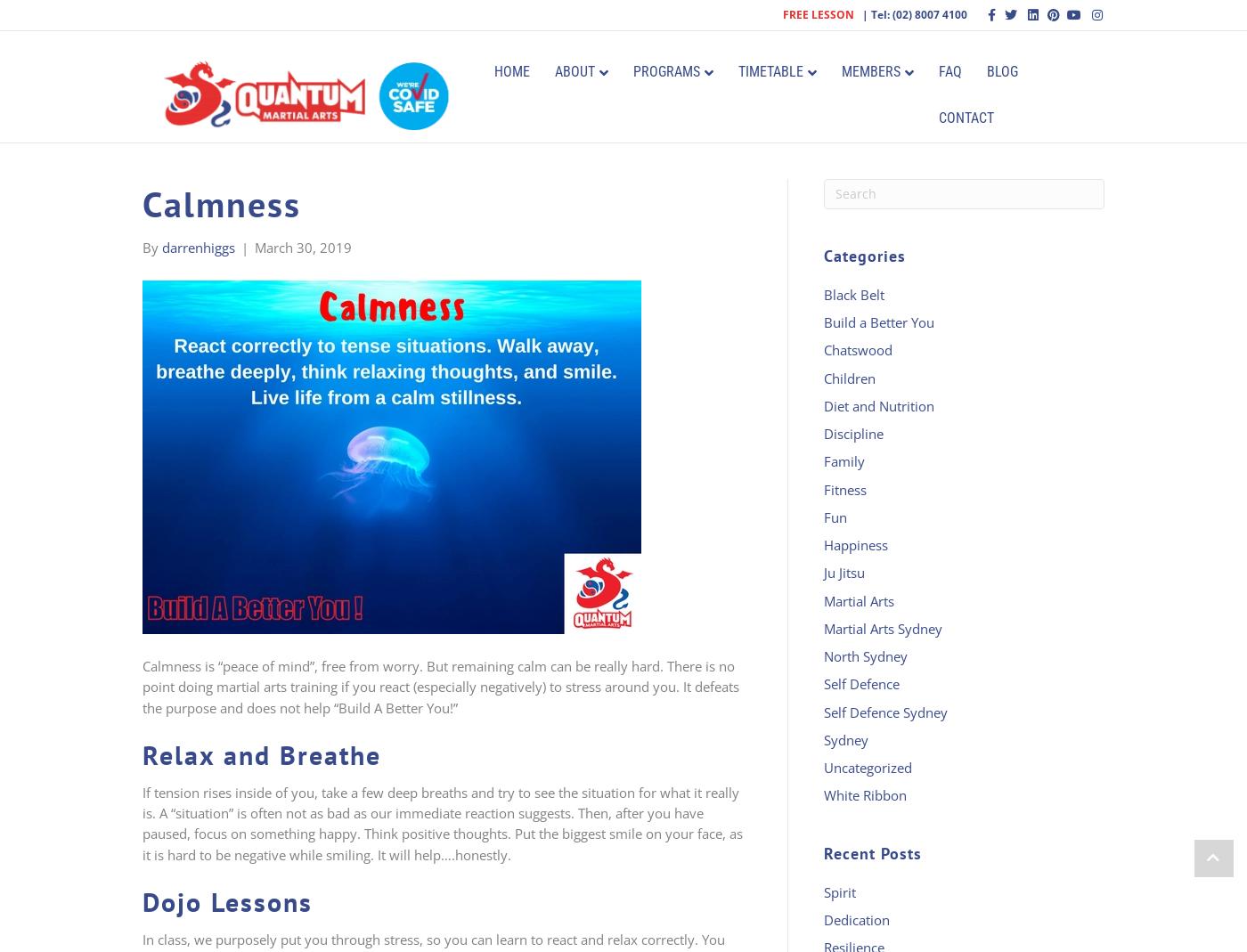 This screenshot has height=952, width=1247. I want to click on 'Self Defence', so click(861, 683).